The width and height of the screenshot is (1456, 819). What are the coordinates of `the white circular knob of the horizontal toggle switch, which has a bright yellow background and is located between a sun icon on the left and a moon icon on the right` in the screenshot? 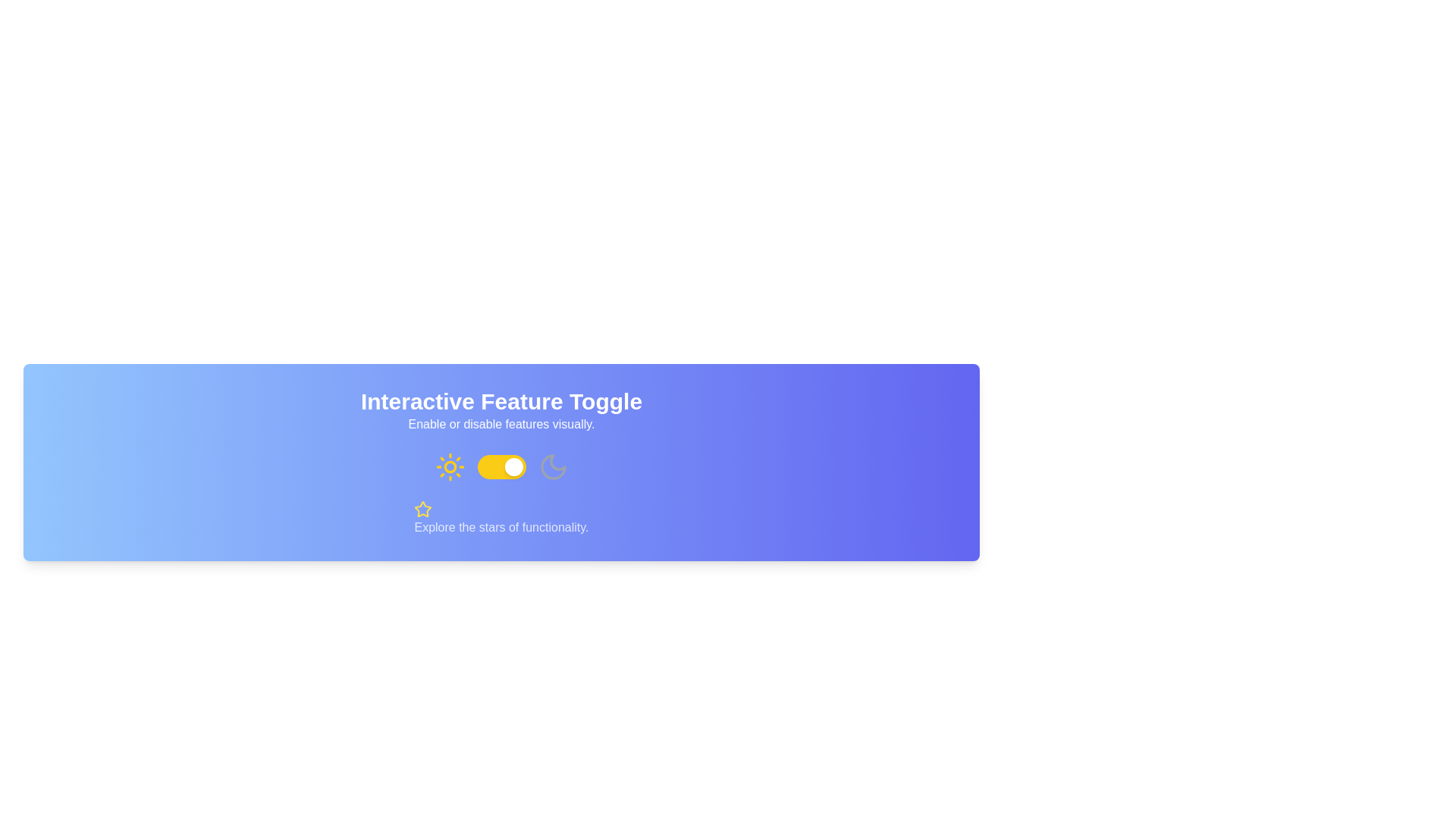 It's located at (501, 466).